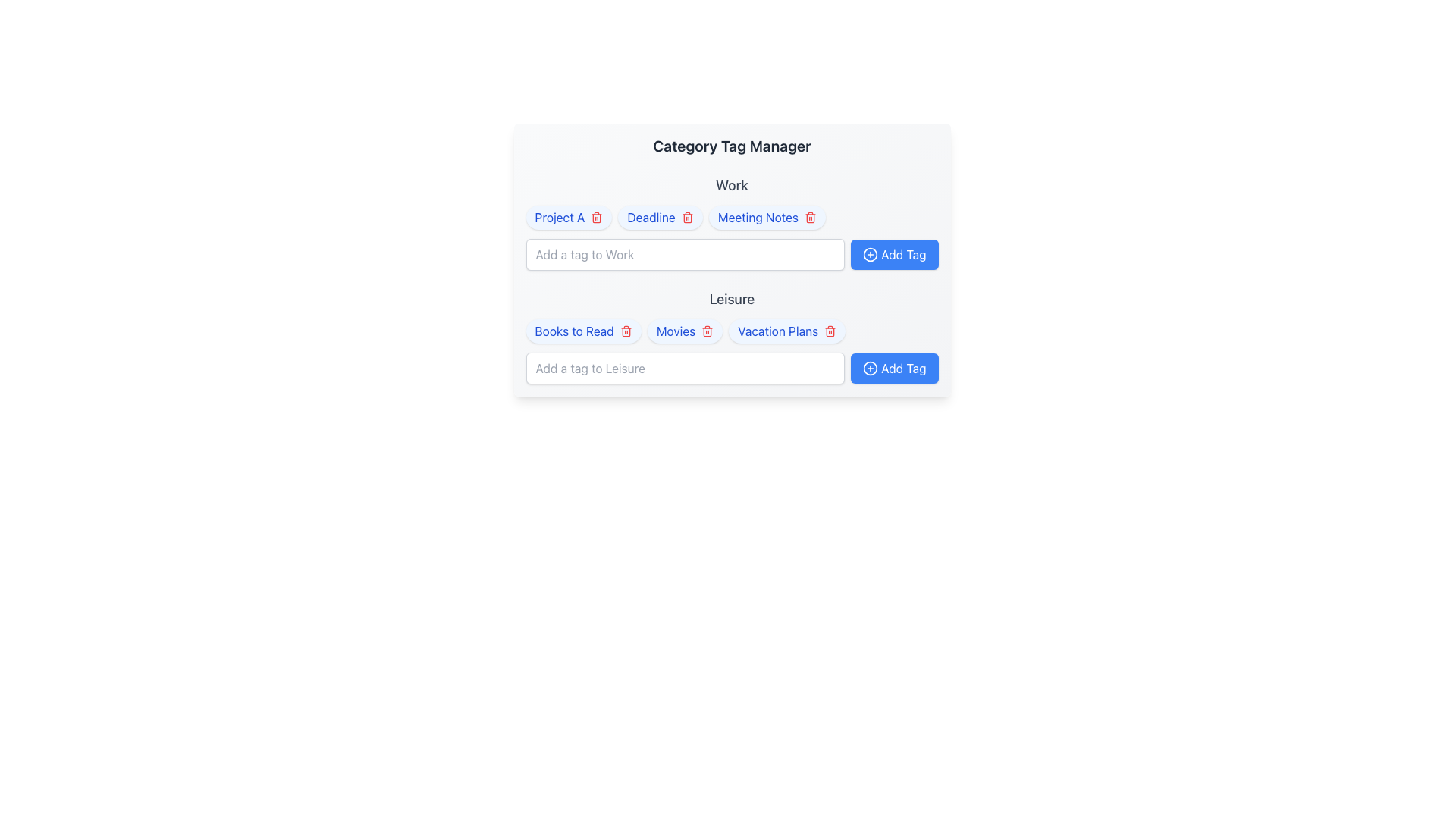 This screenshot has width=1456, height=819. I want to click on the first text label in the 'Leisure' category, which indicates a tag related to books to read, so click(573, 330).